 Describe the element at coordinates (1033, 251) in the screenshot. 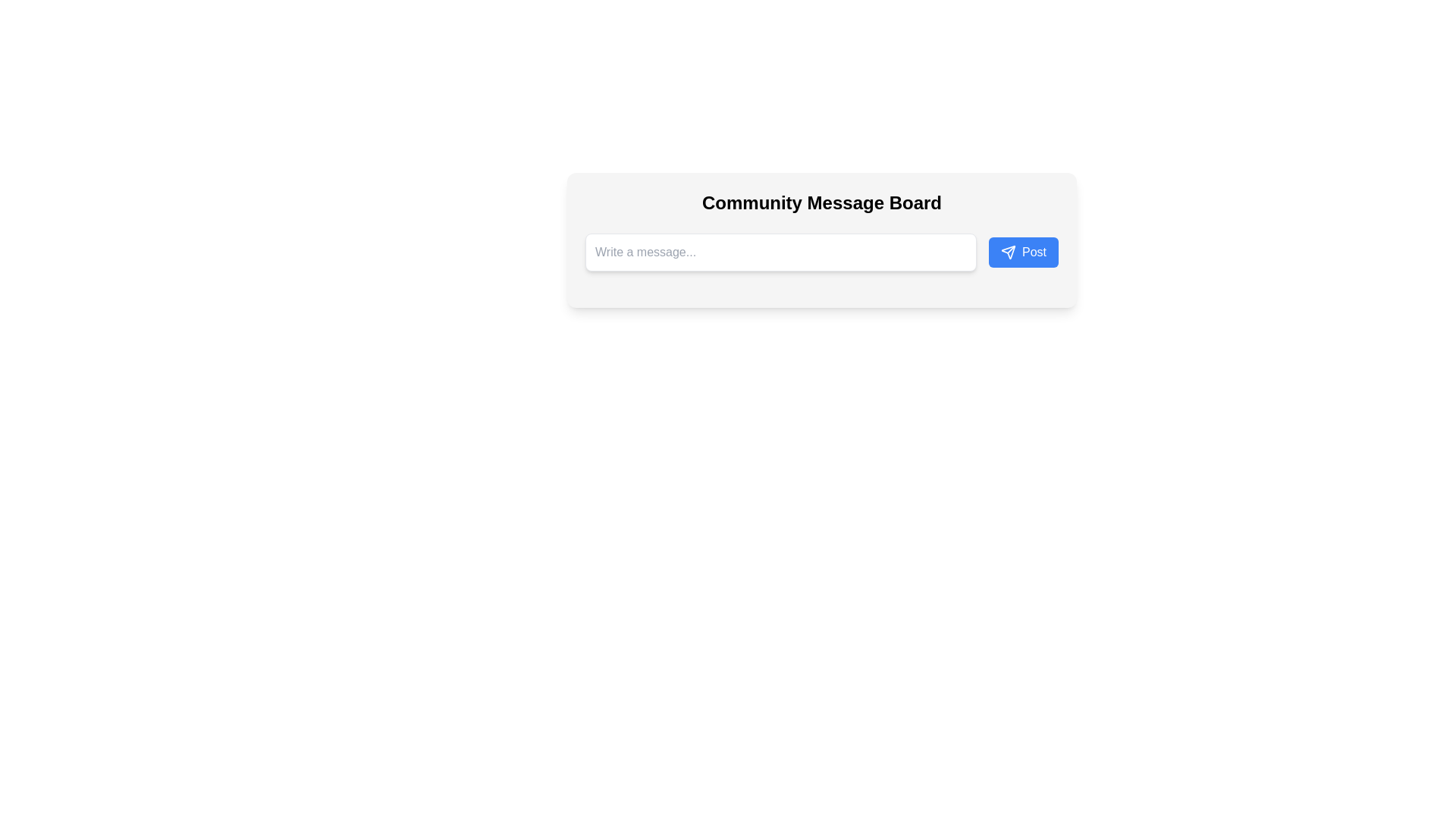

I see `the submit button containing the text label to trigger the message submission action` at that location.